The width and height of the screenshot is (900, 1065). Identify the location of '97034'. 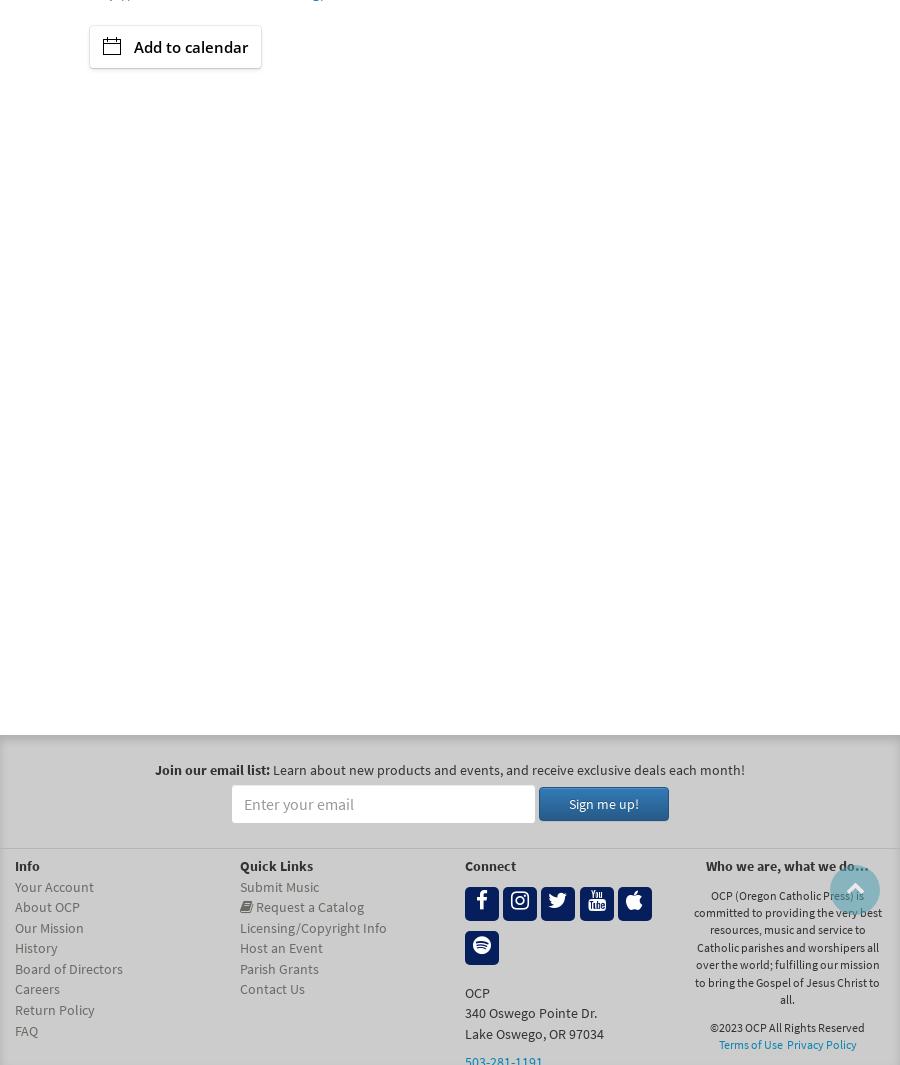
(568, 1033).